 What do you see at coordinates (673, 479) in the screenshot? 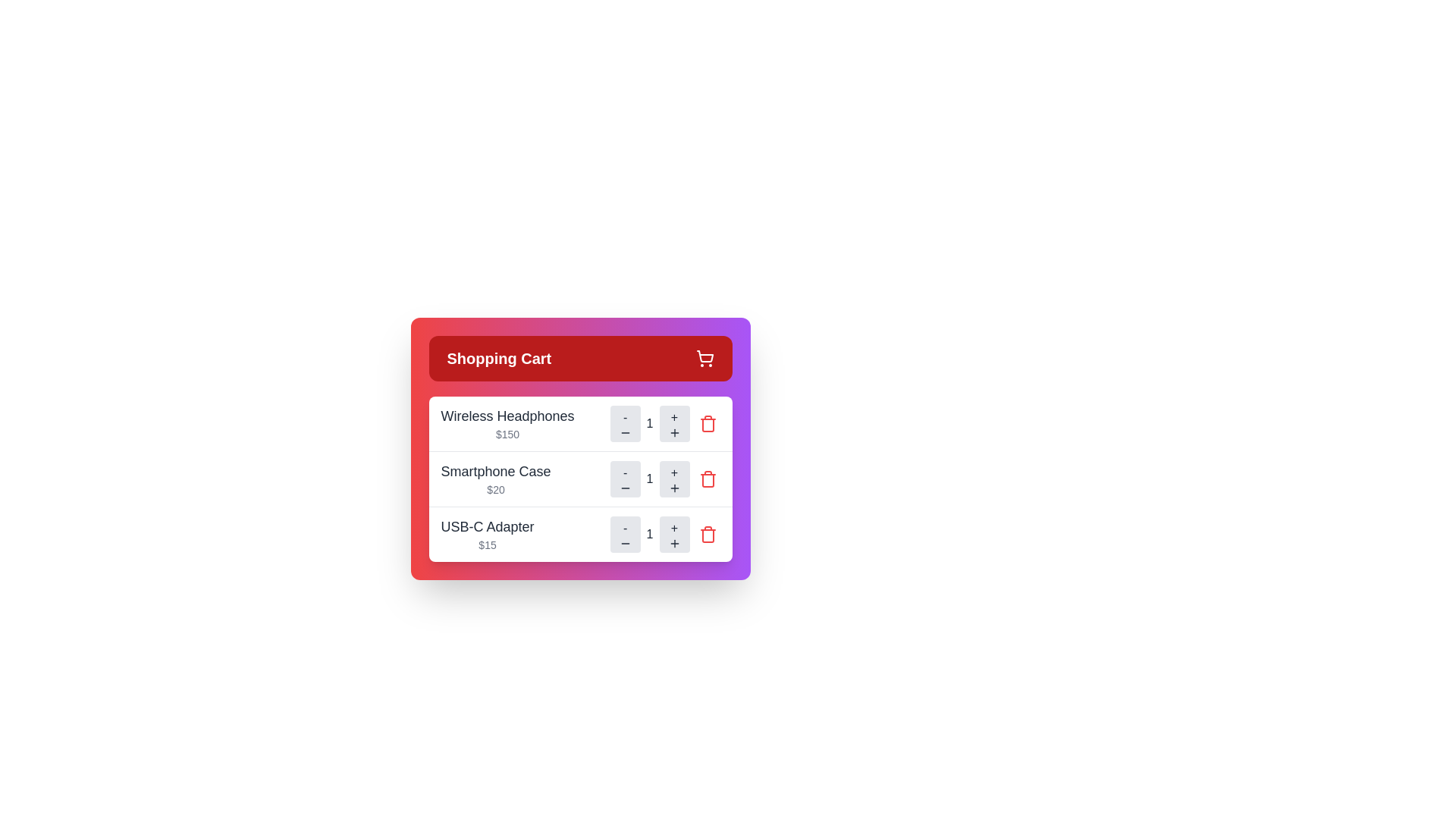
I see `'+' button next to the item specified by Smartphone Case` at bounding box center [673, 479].